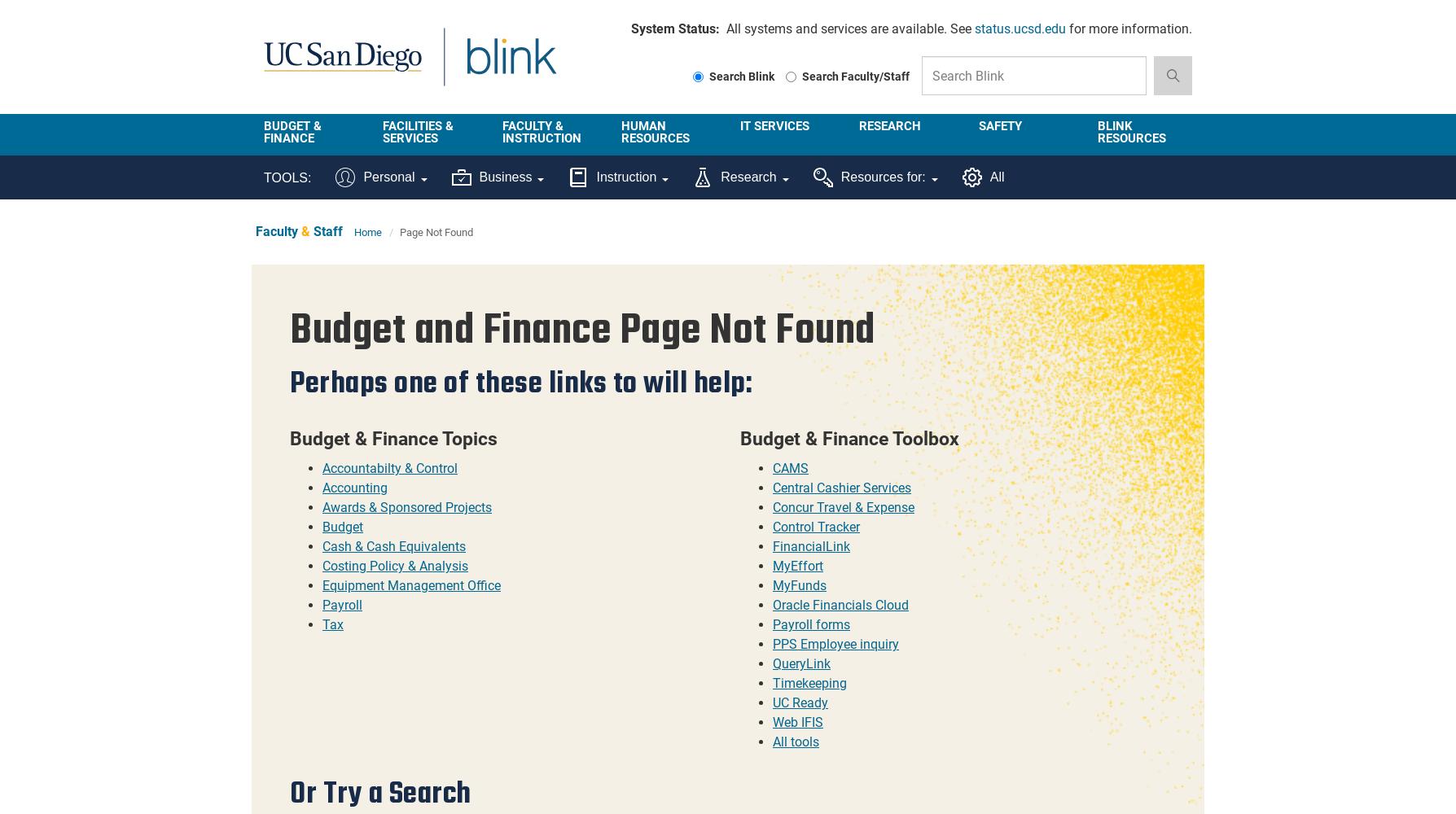  What do you see at coordinates (305, 231) in the screenshot?
I see `'&'` at bounding box center [305, 231].